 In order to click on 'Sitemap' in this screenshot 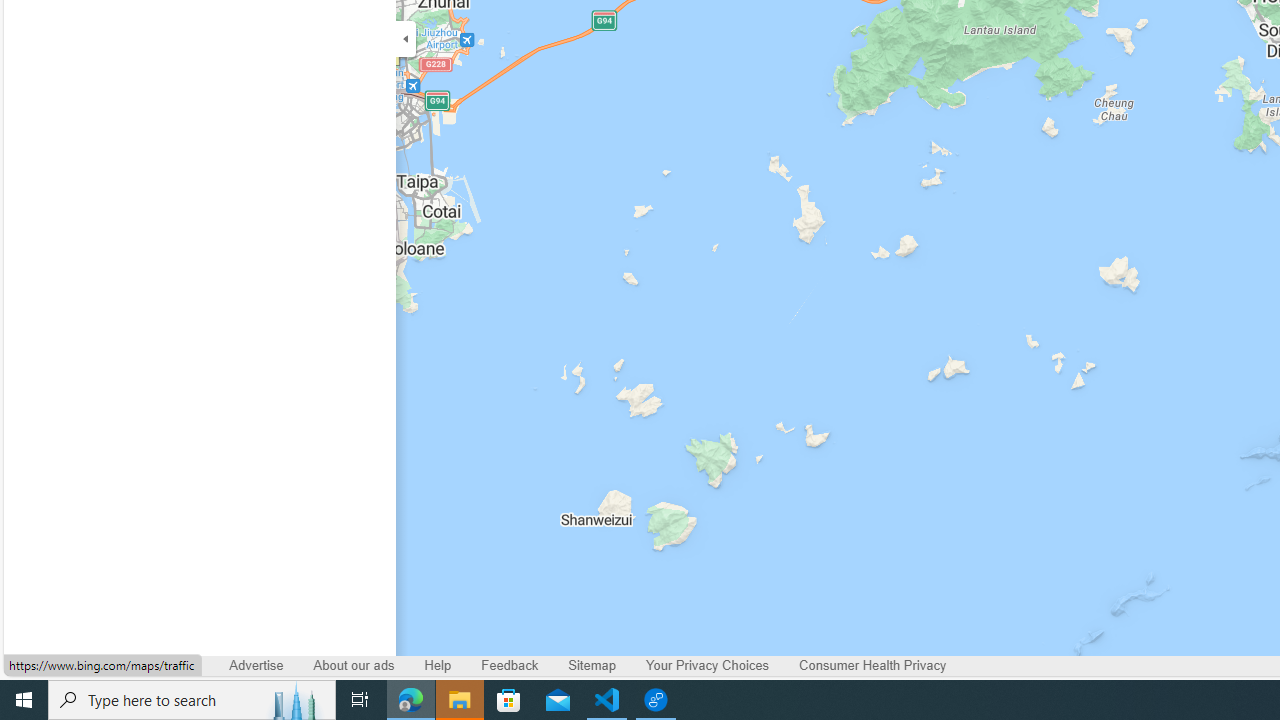, I will do `click(591, 666)`.